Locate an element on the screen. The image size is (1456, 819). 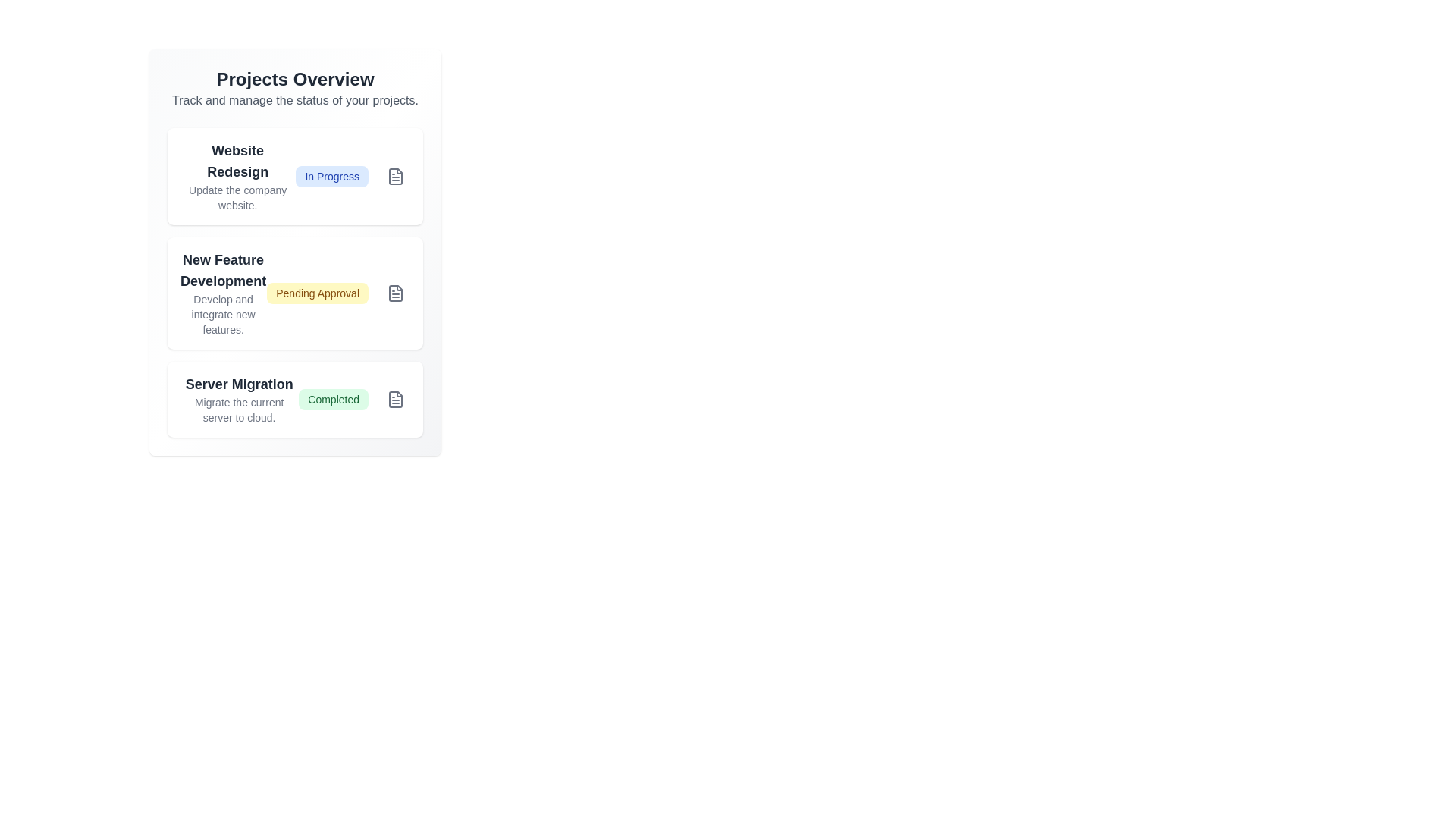
the project associated with the status badge Pending Approval is located at coordinates (316, 293).